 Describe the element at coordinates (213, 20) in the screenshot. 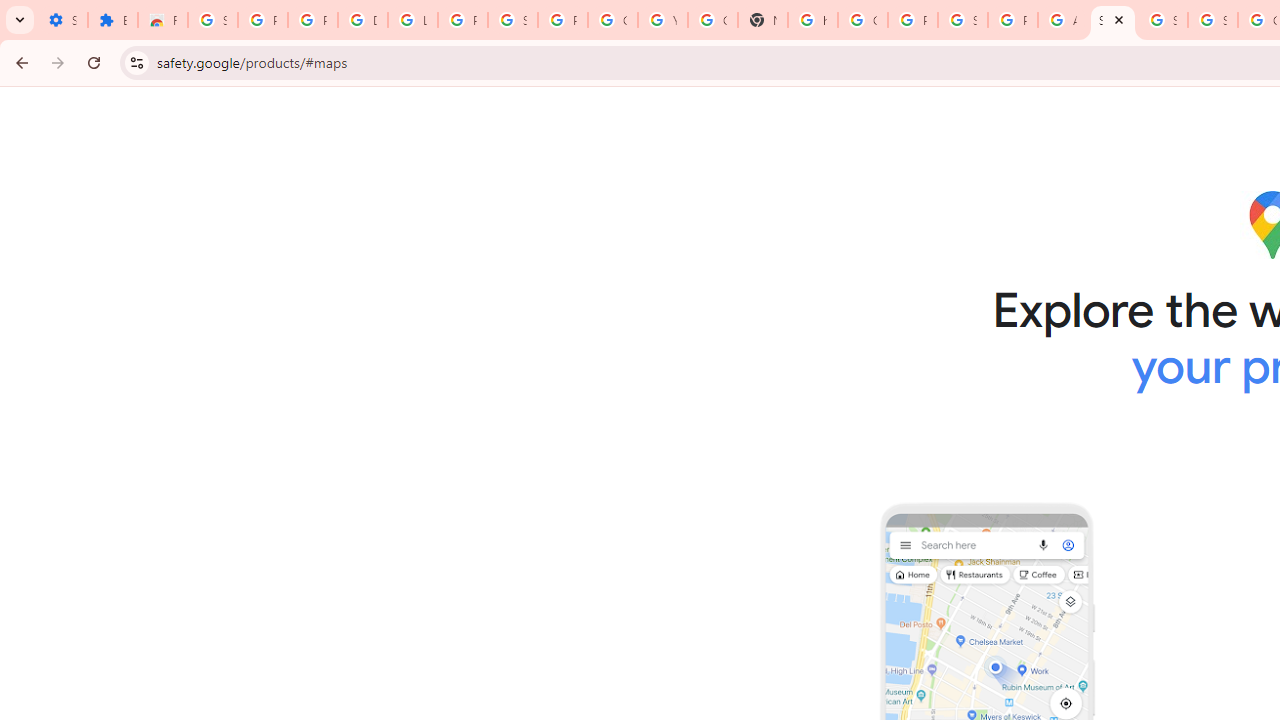

I see `'Sign in - Google Accounts'` at that location.